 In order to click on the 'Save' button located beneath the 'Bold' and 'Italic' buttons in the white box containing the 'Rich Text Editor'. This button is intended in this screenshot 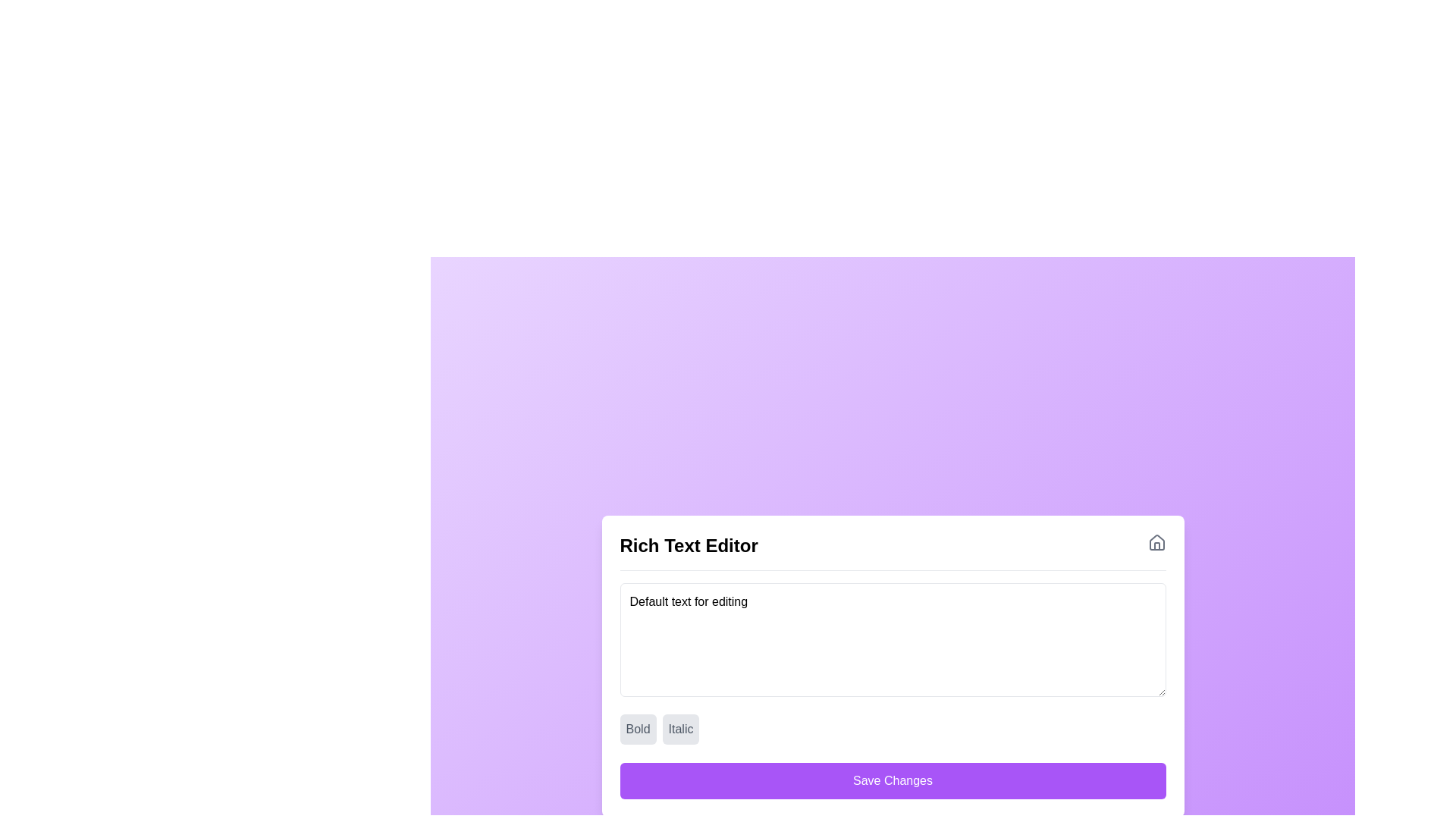, I will do `click(893, 780)`.